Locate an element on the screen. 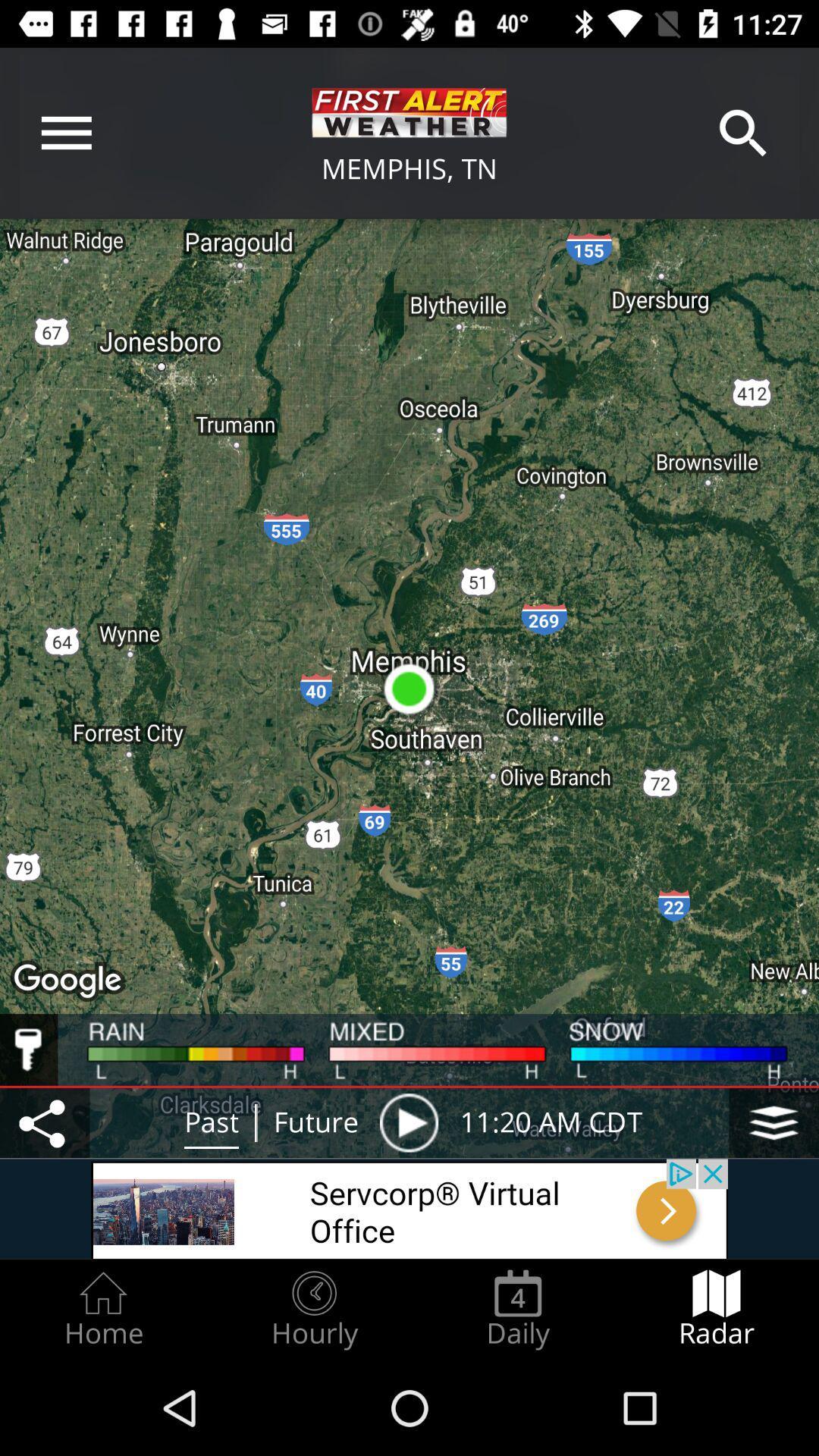 This screenshot has width=819, height=1456. the share icon is located at coordinates (44, 1122).